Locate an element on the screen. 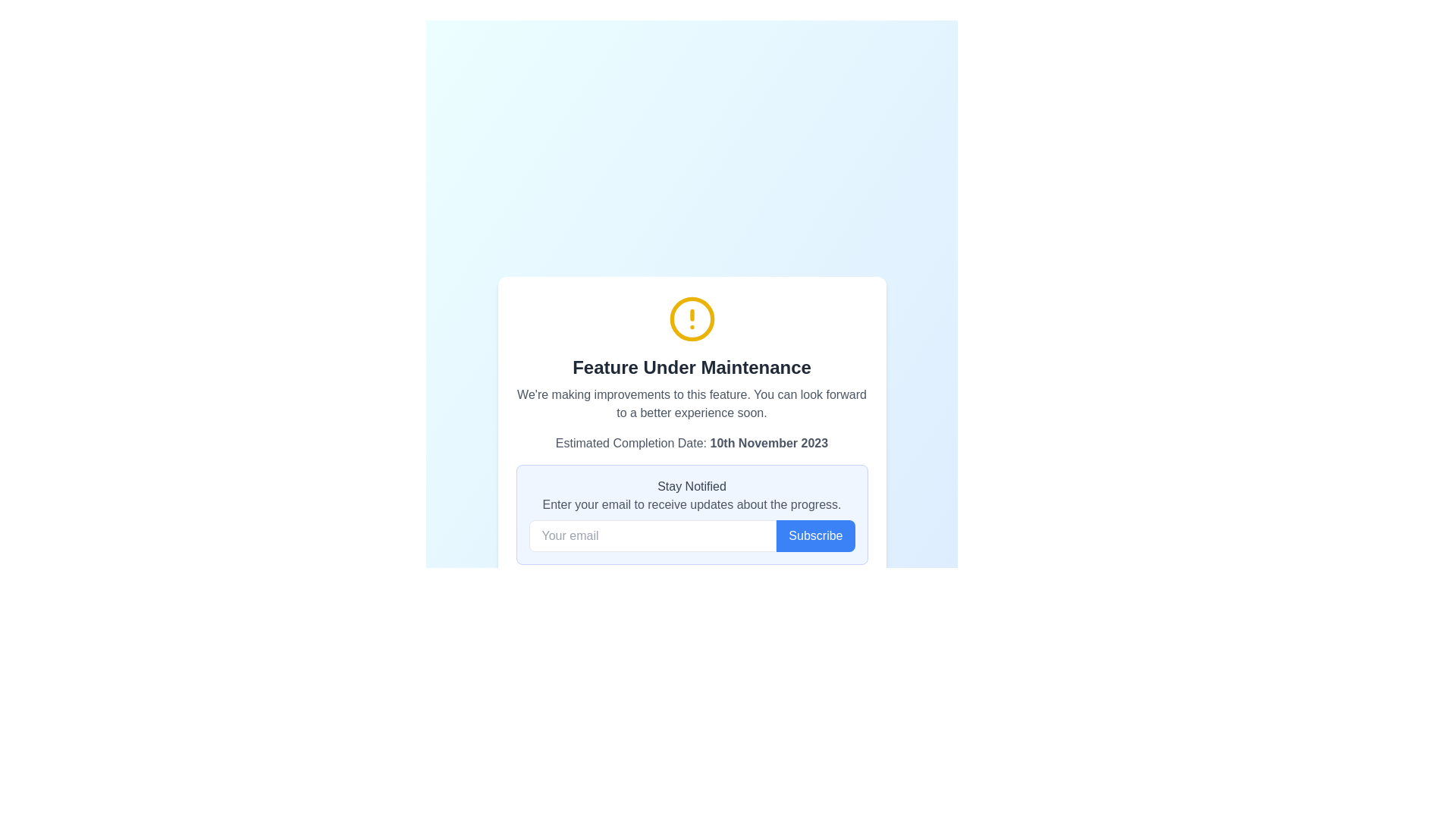 This screenshot has width=1456, height=819. the static text label displaying the date '10th November 2023', which is located within a lighter gray section under the 'Feature Under Maintenance' heading is located at coordinates (769, 443).